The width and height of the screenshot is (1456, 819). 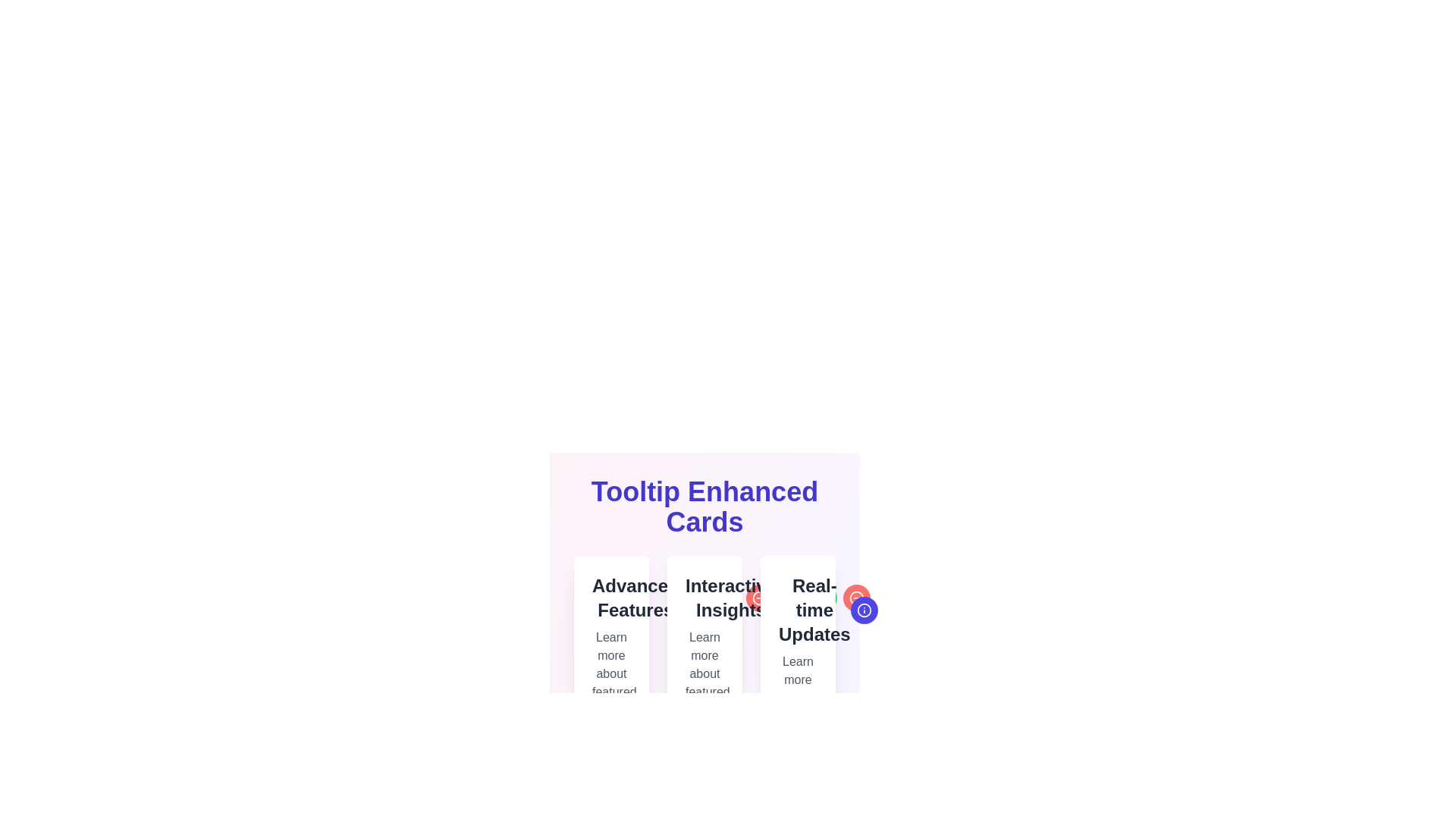 What do you see at coordinates (704, 507) in the screenshot?
I see `the text header labeled 'Tooltip Enhanced Cards,' which is a large, bold, indigo-colored heading positioned centrally at the top of the content area` at bounding box center [704, 507].